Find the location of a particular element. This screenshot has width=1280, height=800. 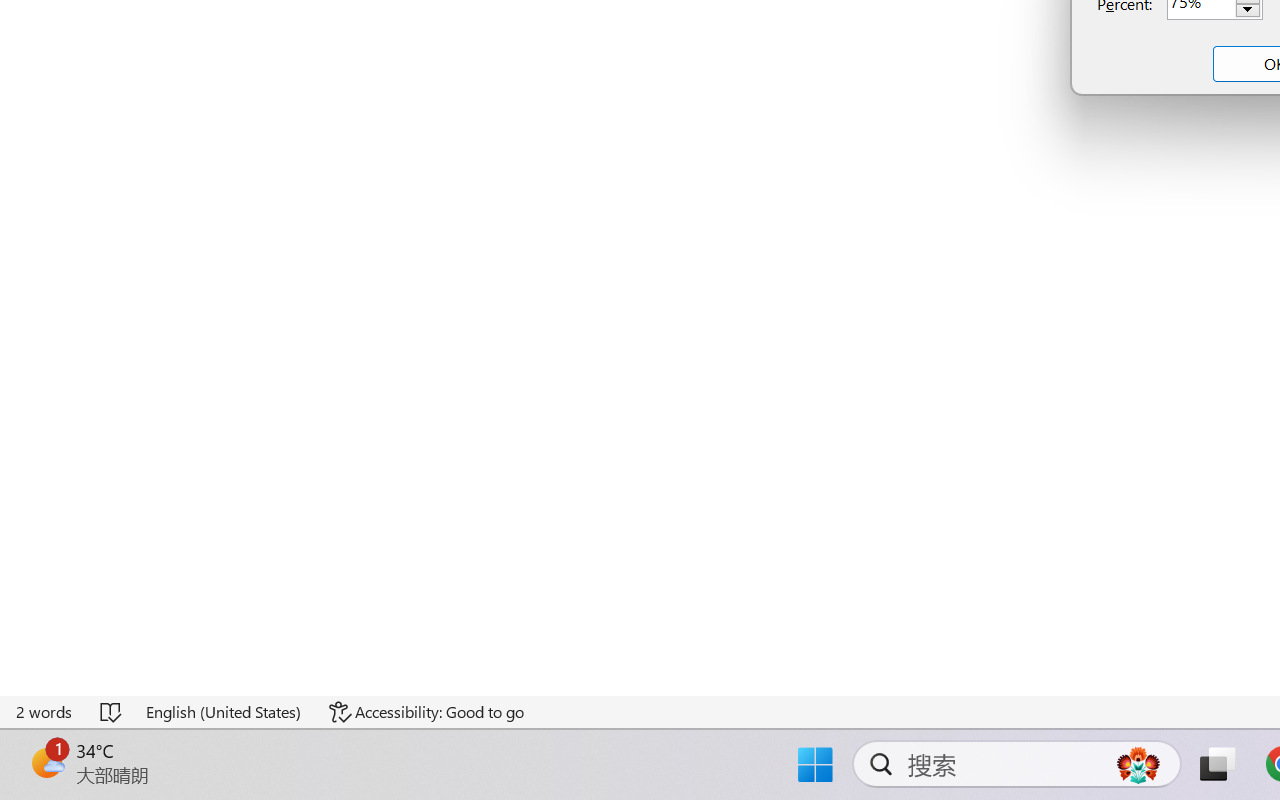

'AutomationID: BadgeAnchorLargeTicker' is located at coordinates (46, 762).